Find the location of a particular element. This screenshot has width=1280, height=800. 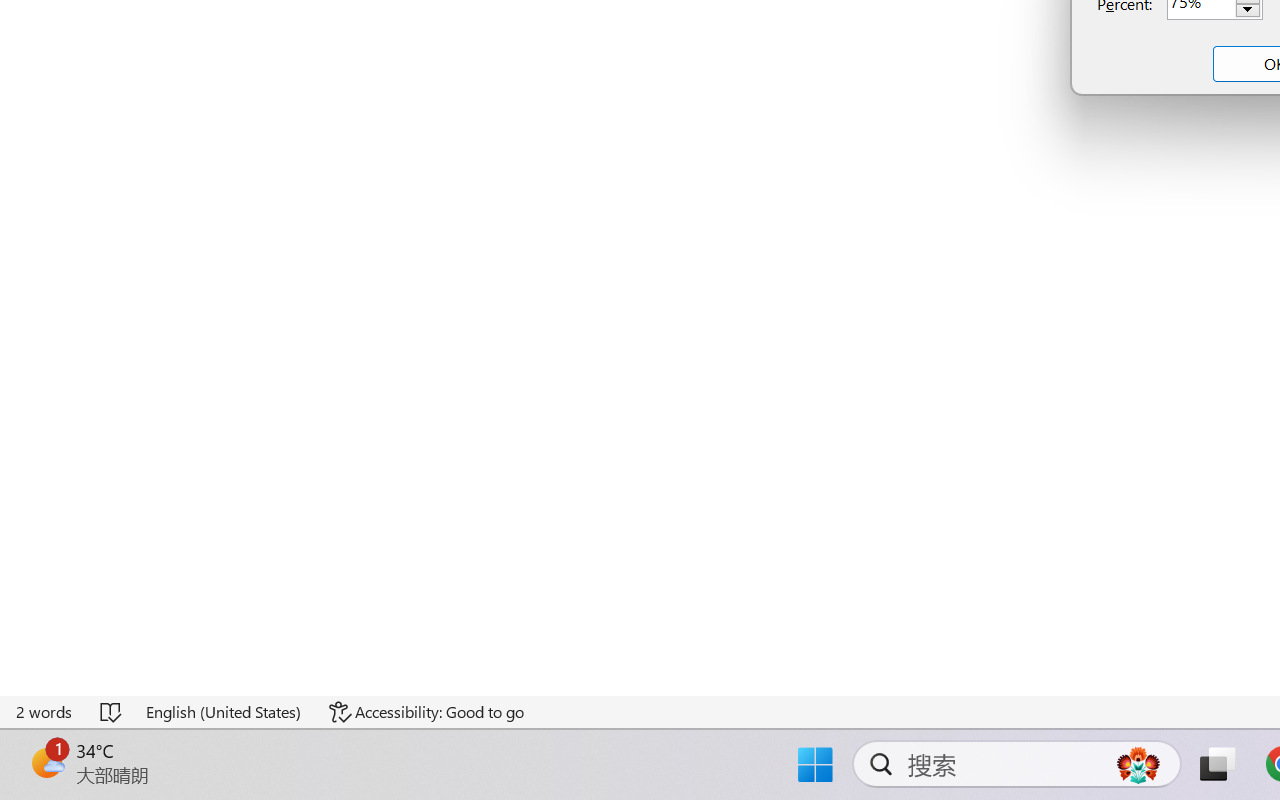

'AutomationID: BadgeAnchorLargeTicker' is located at coordinates (46, 762).